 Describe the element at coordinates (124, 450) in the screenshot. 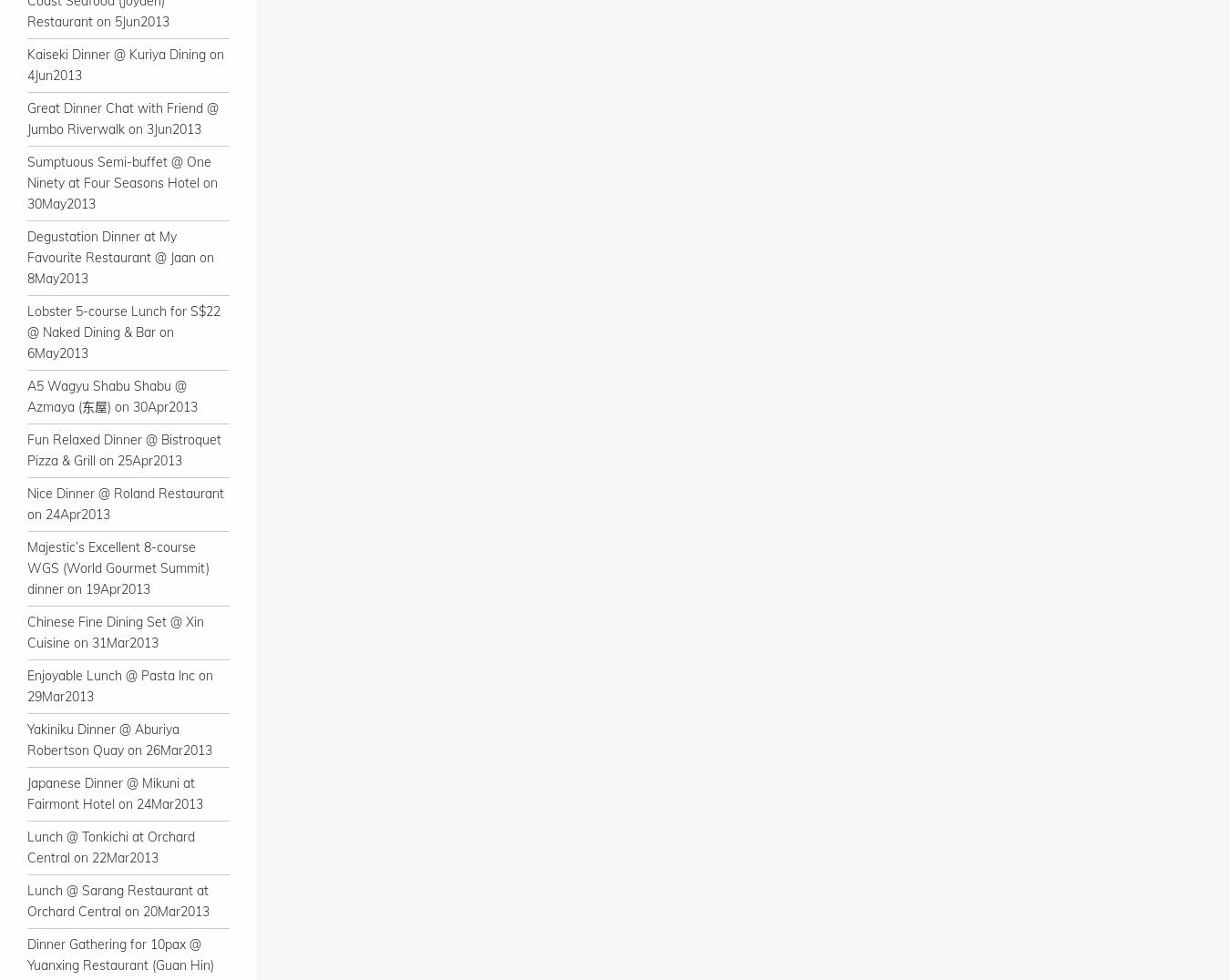

I see `'Fun Relaxed Dinner @ Bistroquet Pizza & Grill on 25Apr2013'` at that location.